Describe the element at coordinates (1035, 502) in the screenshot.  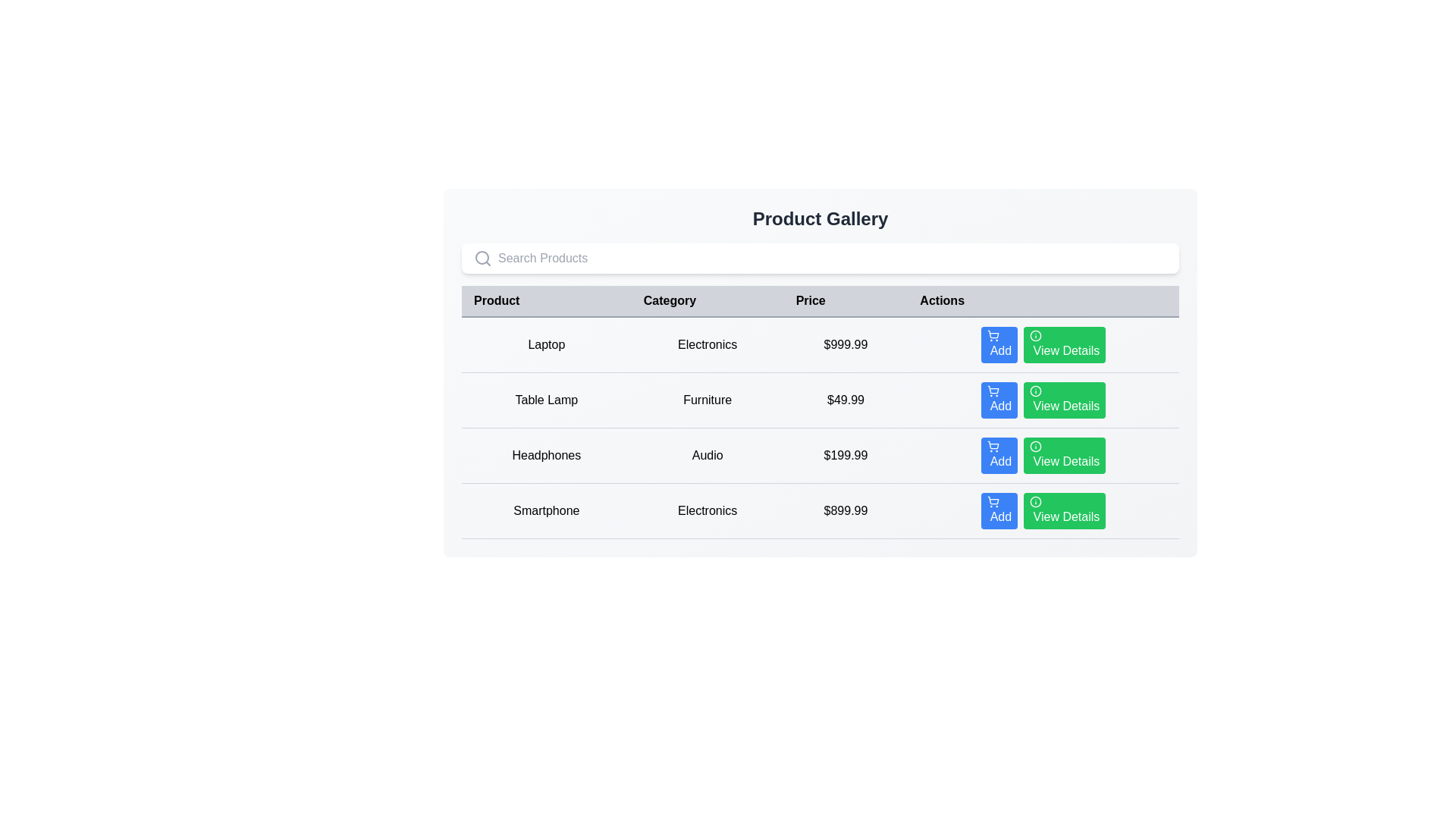
I see `the small circular informational indicator icon with a hollow outline and green background located in the last row of the 'View Details' button in the 'Actions' column of the table` at that location.